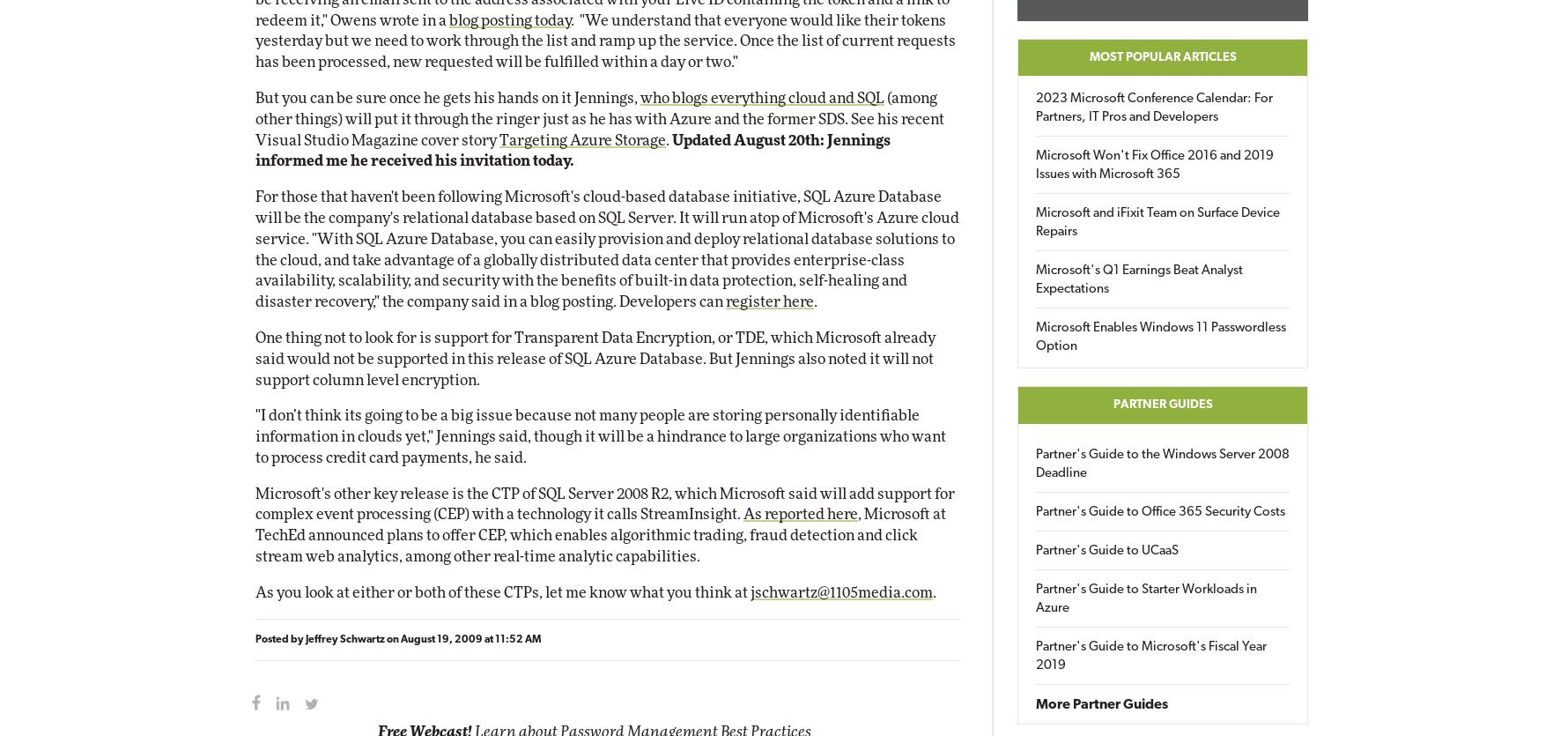 Image resolution: width=1568 pixels, height=736 pixels. What do you see at coordinates (743, 514) in the screenshot?
I see `'As reported here'` at bounding box center [743, 514].